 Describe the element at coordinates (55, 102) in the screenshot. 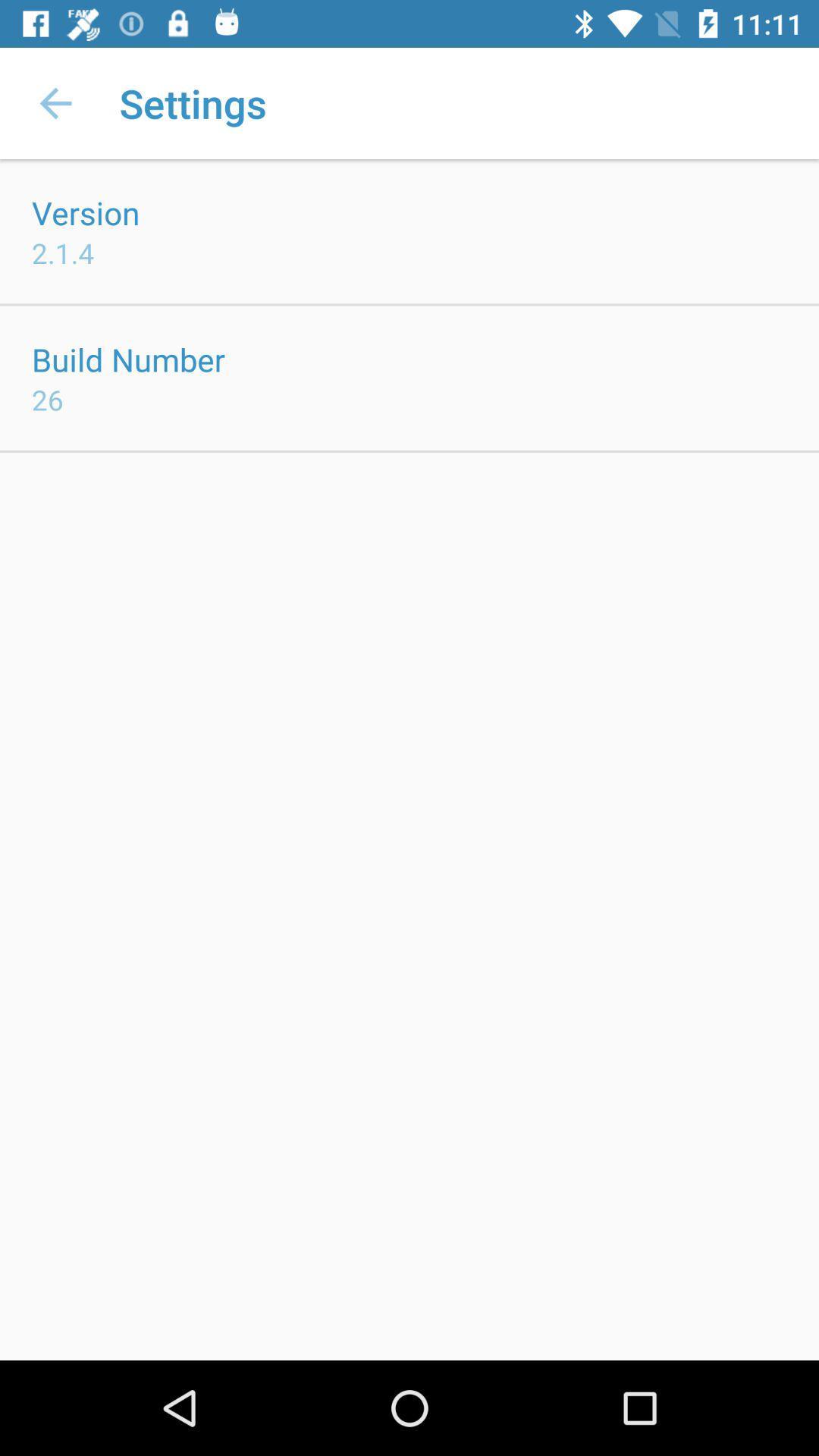

I see `icon above the version item` at that location.